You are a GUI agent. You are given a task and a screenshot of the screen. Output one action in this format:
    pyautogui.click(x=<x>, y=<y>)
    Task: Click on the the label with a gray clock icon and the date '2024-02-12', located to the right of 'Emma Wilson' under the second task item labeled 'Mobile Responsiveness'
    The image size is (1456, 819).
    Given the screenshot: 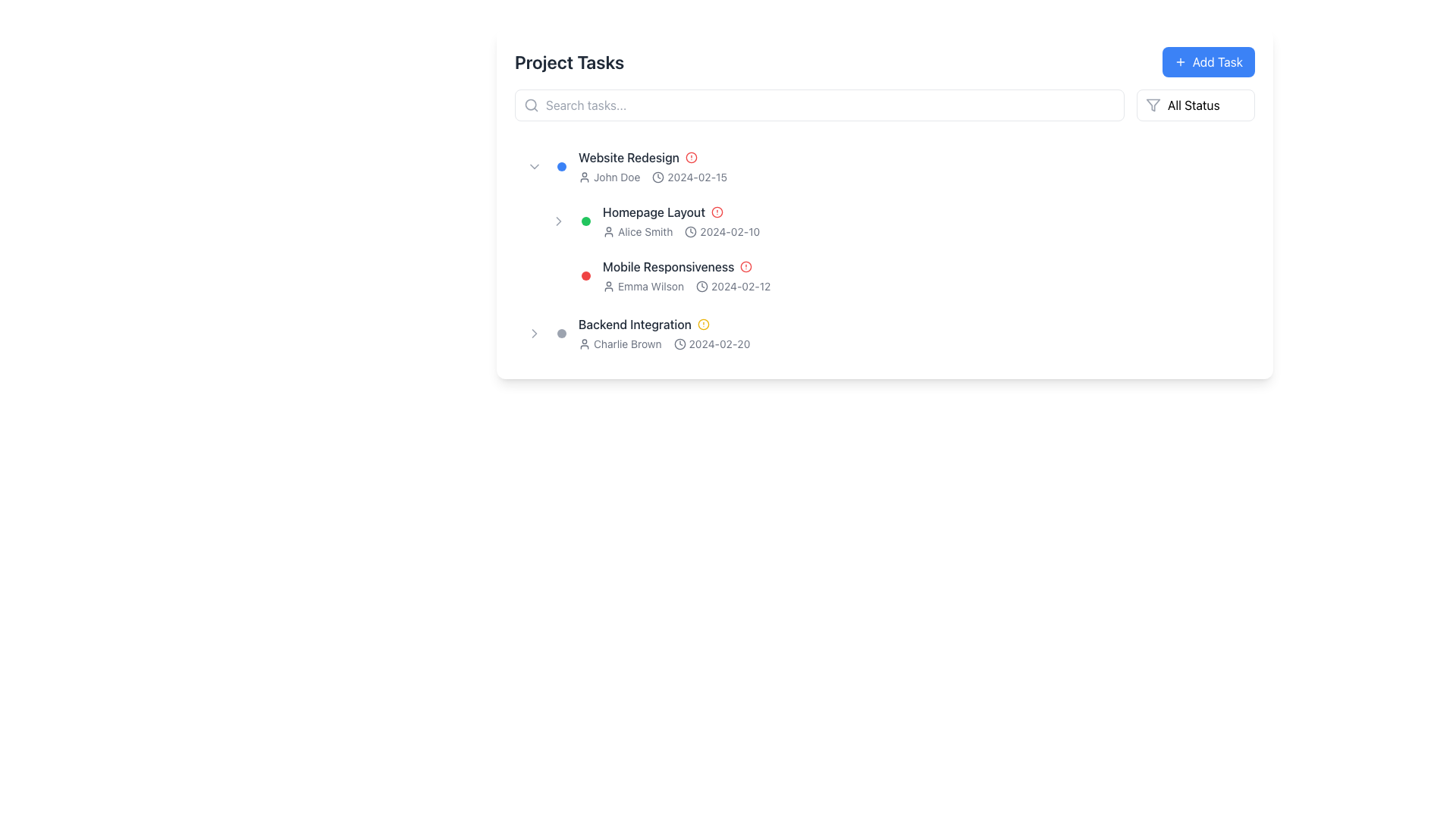 What is the action you would take?
    pyautogui.click(x=733, y=287)
    